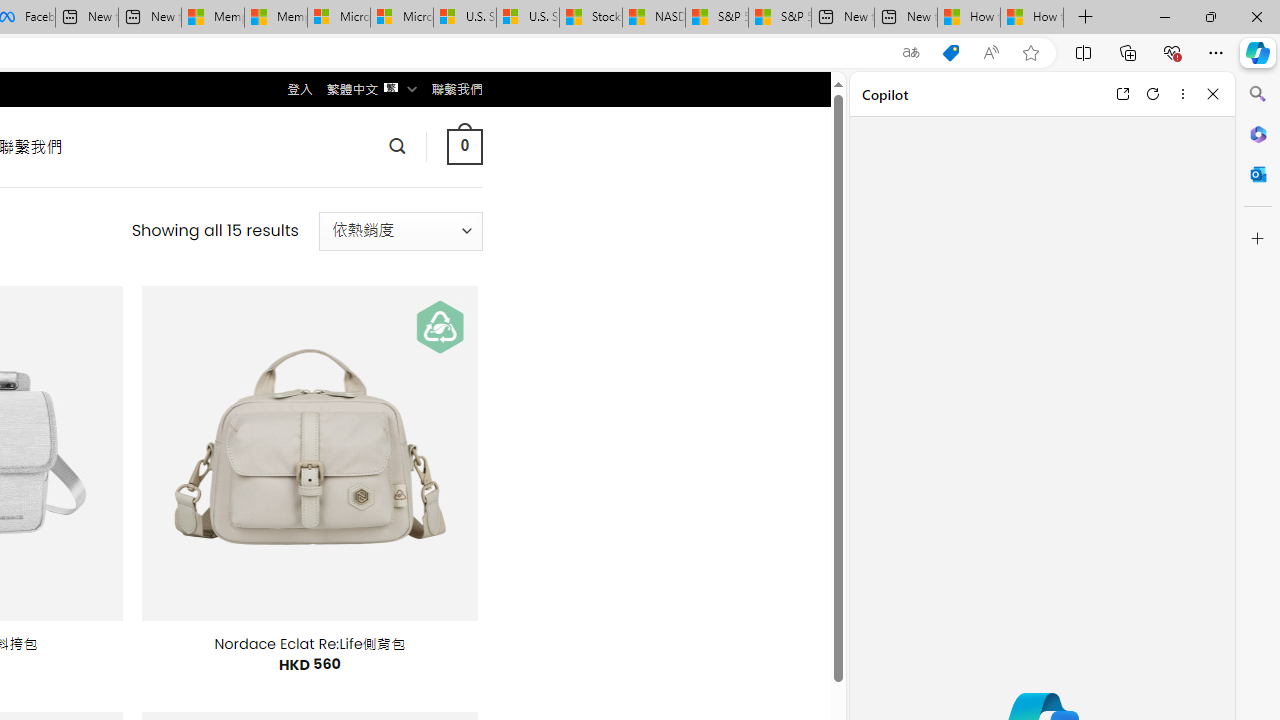 The height and width of the screenshot is (720, 1280). Describe the element at coordinates (909, 52) in the screenshot. I see `'Show translate options'` at that location.